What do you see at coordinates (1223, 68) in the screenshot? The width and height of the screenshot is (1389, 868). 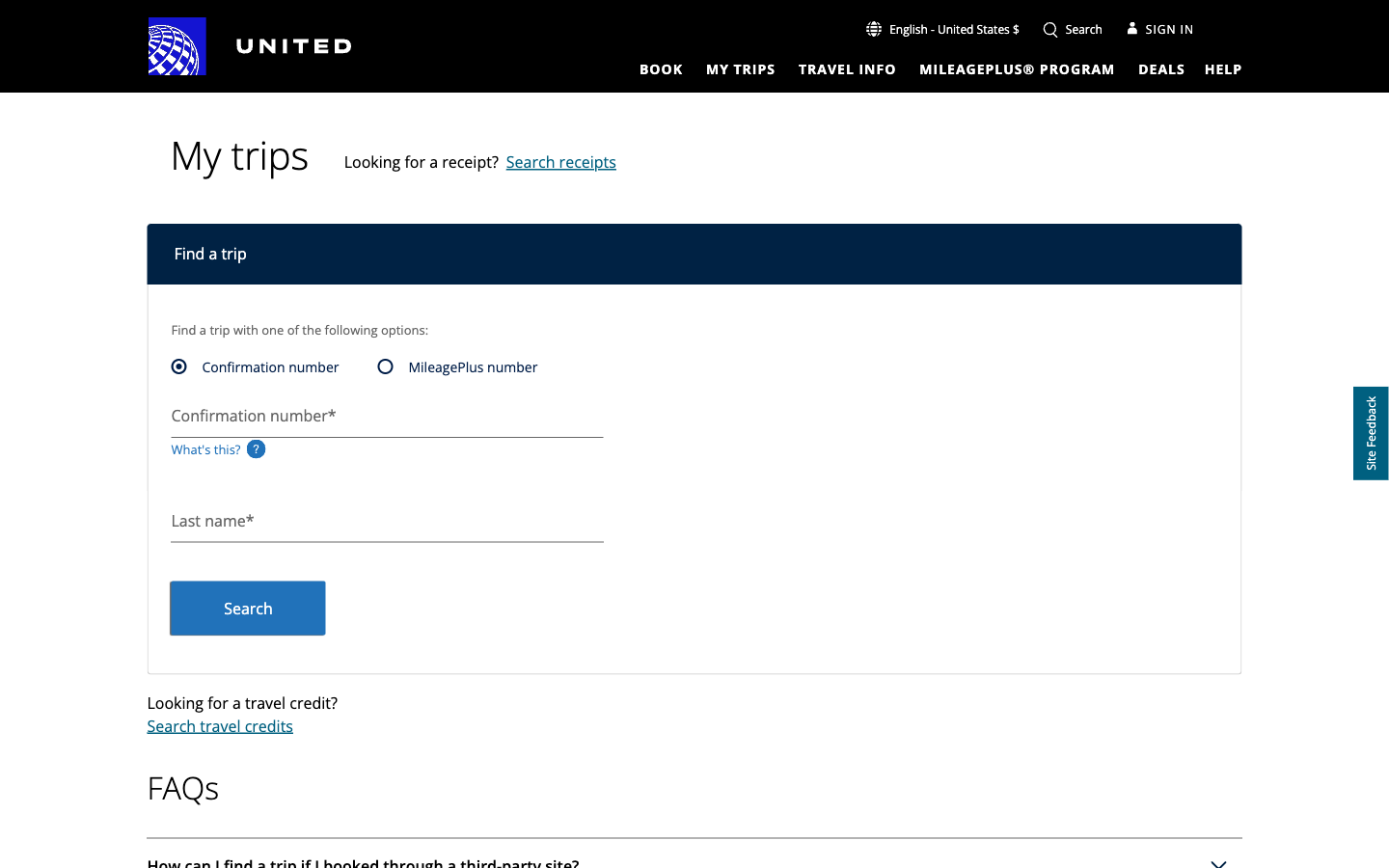 I see `Unclear about the function of confirmation button, move and press the help button for guidance` at bounding box center [1223, 68].